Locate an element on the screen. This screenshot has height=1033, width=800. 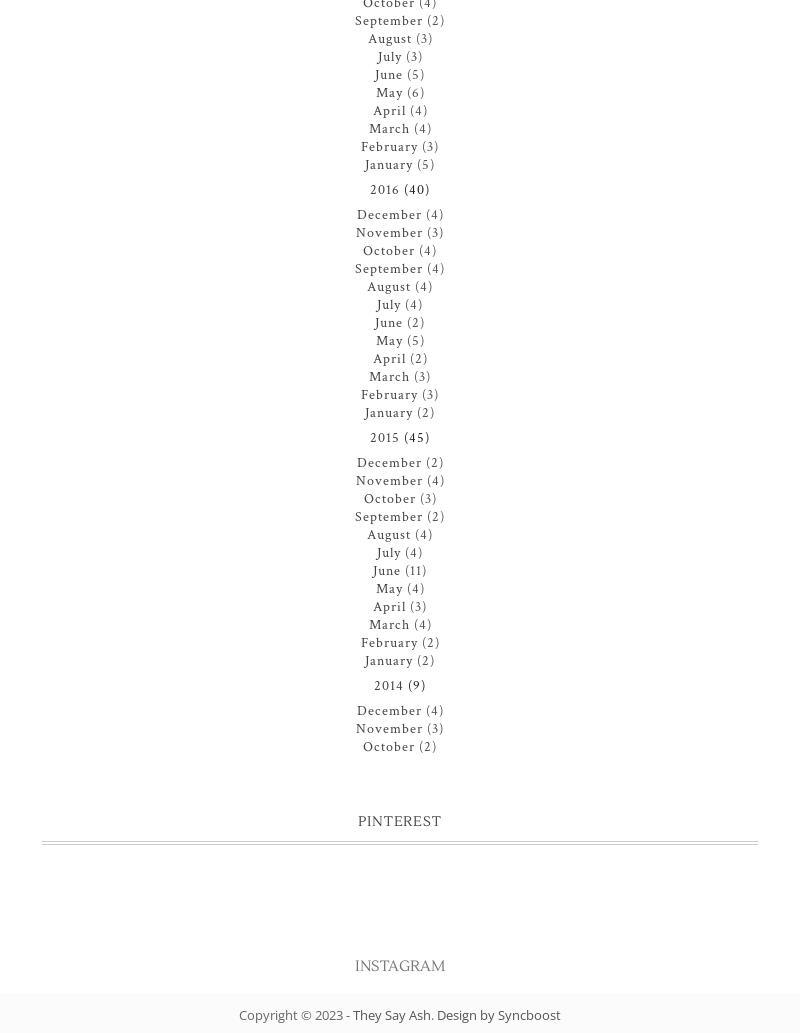
'2014' is located at coordinates (388, 685).